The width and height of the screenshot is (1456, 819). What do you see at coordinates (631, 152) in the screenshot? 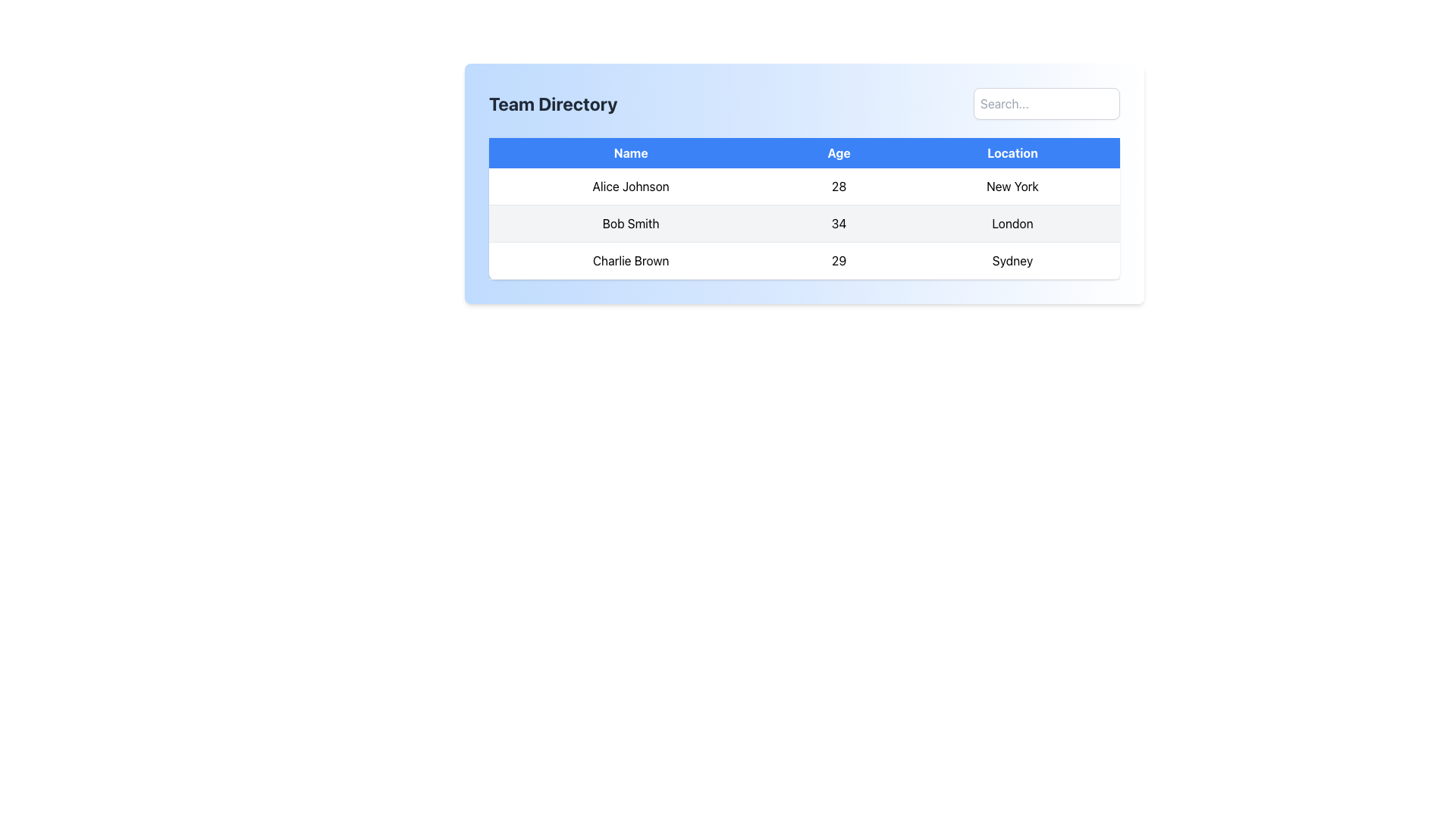
I see `text of the header label with blue background and white text that reads 'Name', located in the first column of the table header` at bounding box center [631, 152].